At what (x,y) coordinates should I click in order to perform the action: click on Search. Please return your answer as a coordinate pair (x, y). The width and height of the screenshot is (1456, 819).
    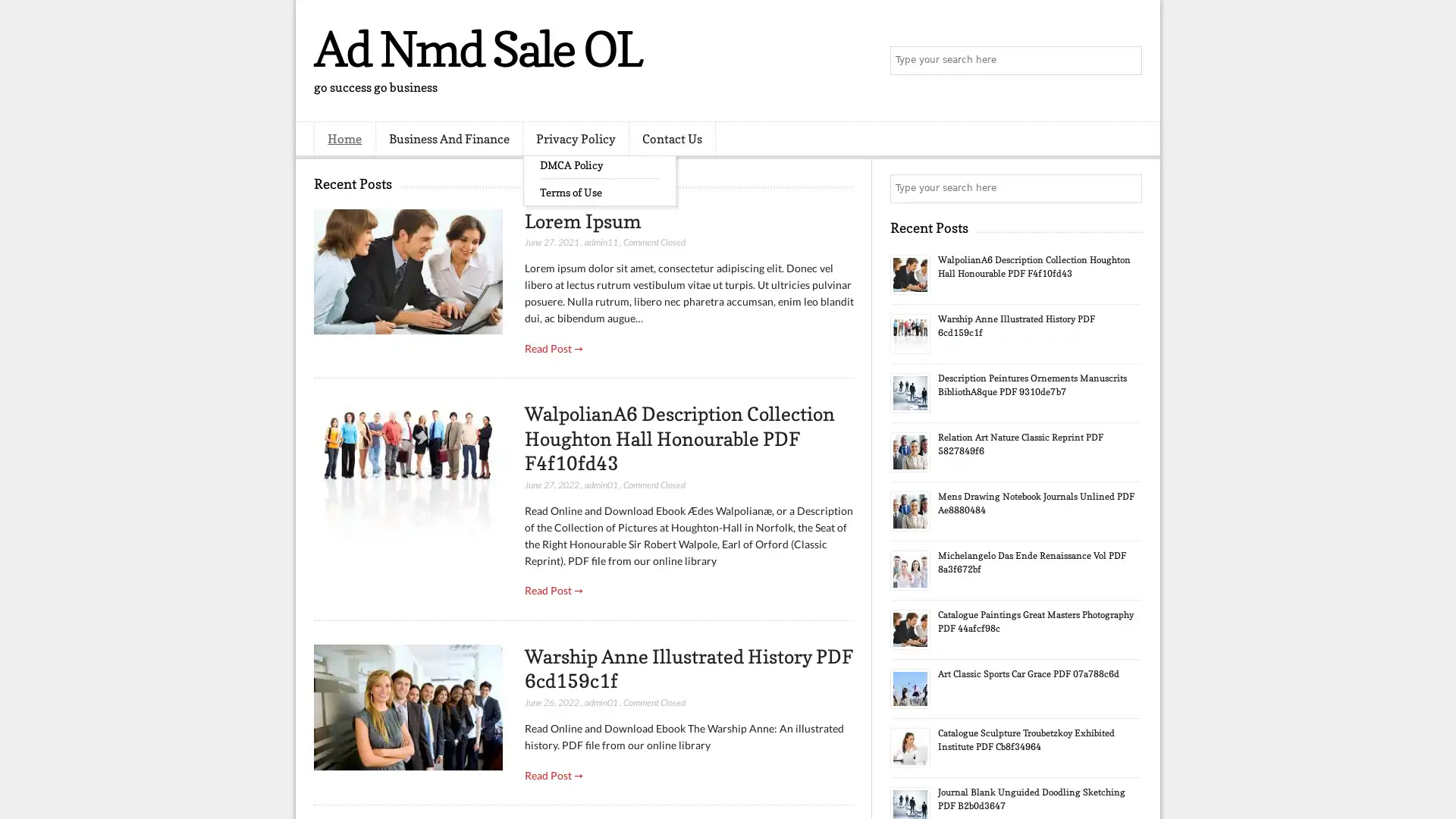
    Looking at the image, I should click on (1126, 61).